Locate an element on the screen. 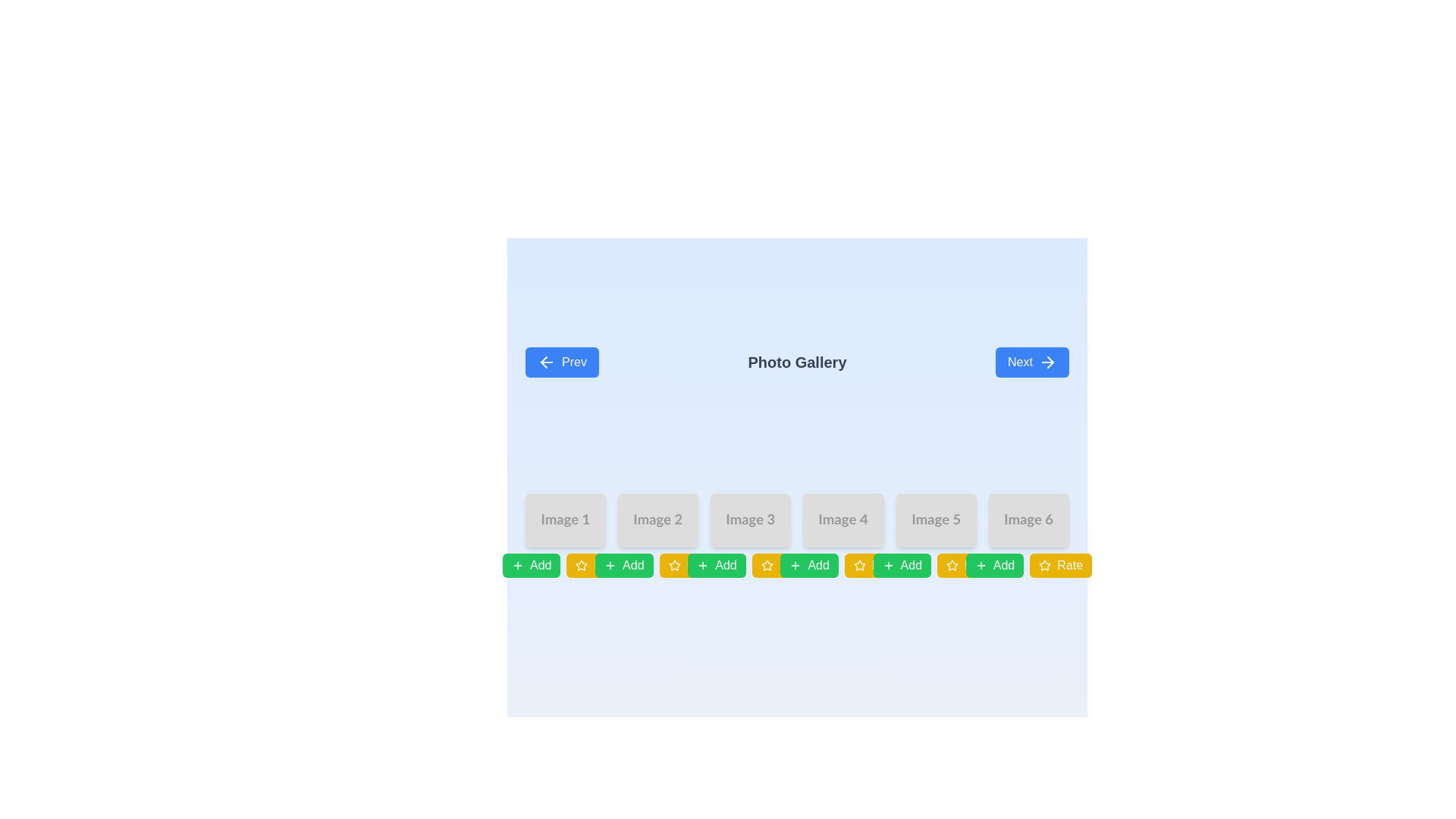 Image resolution: width=1456 pixels, height=819 pixels. the button located below the fourth image in the gallery, which is part of a series of green buttons for adding items or performing related actions is located at coordinates (817, 565).